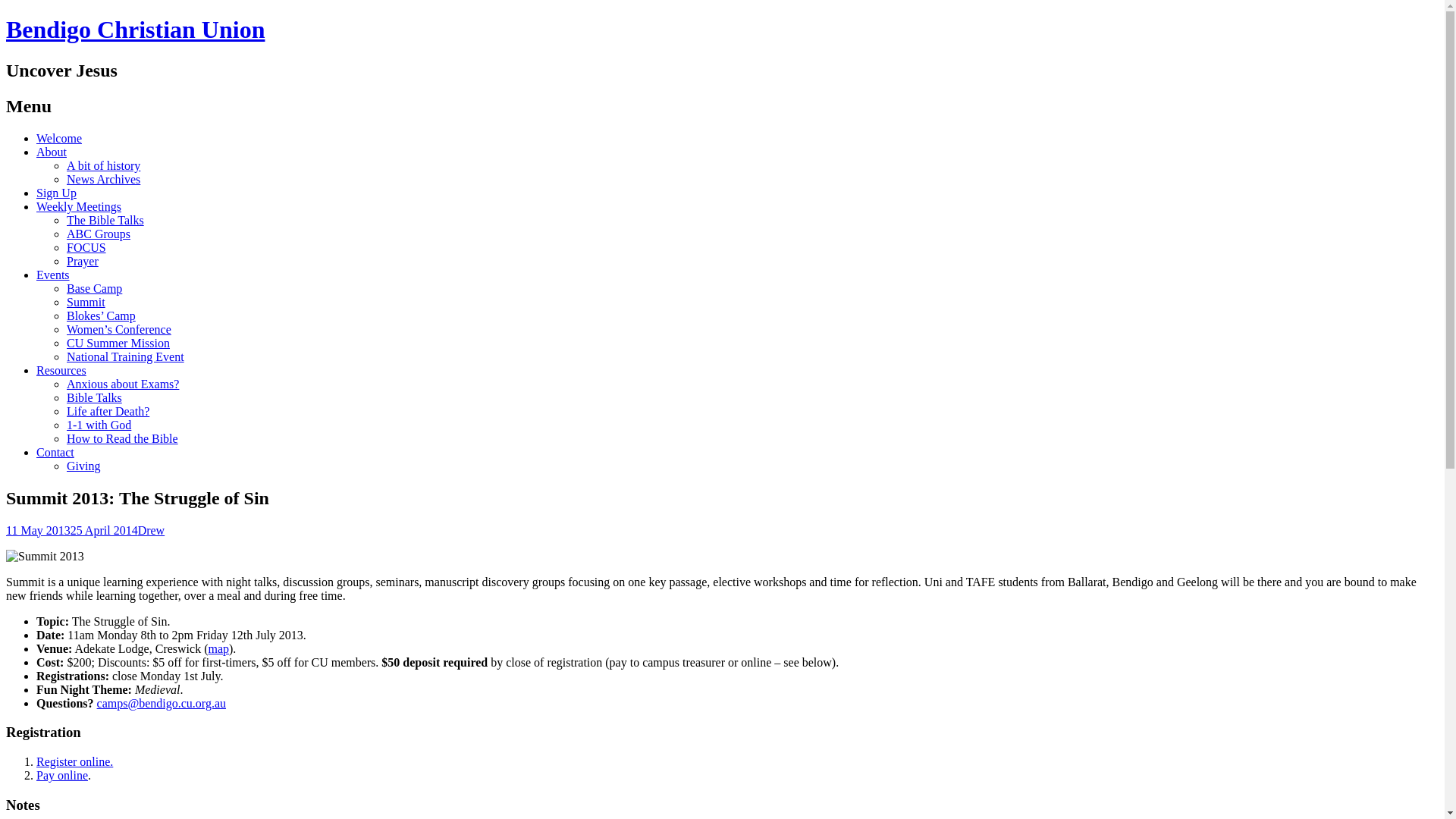  I want to click on 'Life after Death?', so click(65, 411).